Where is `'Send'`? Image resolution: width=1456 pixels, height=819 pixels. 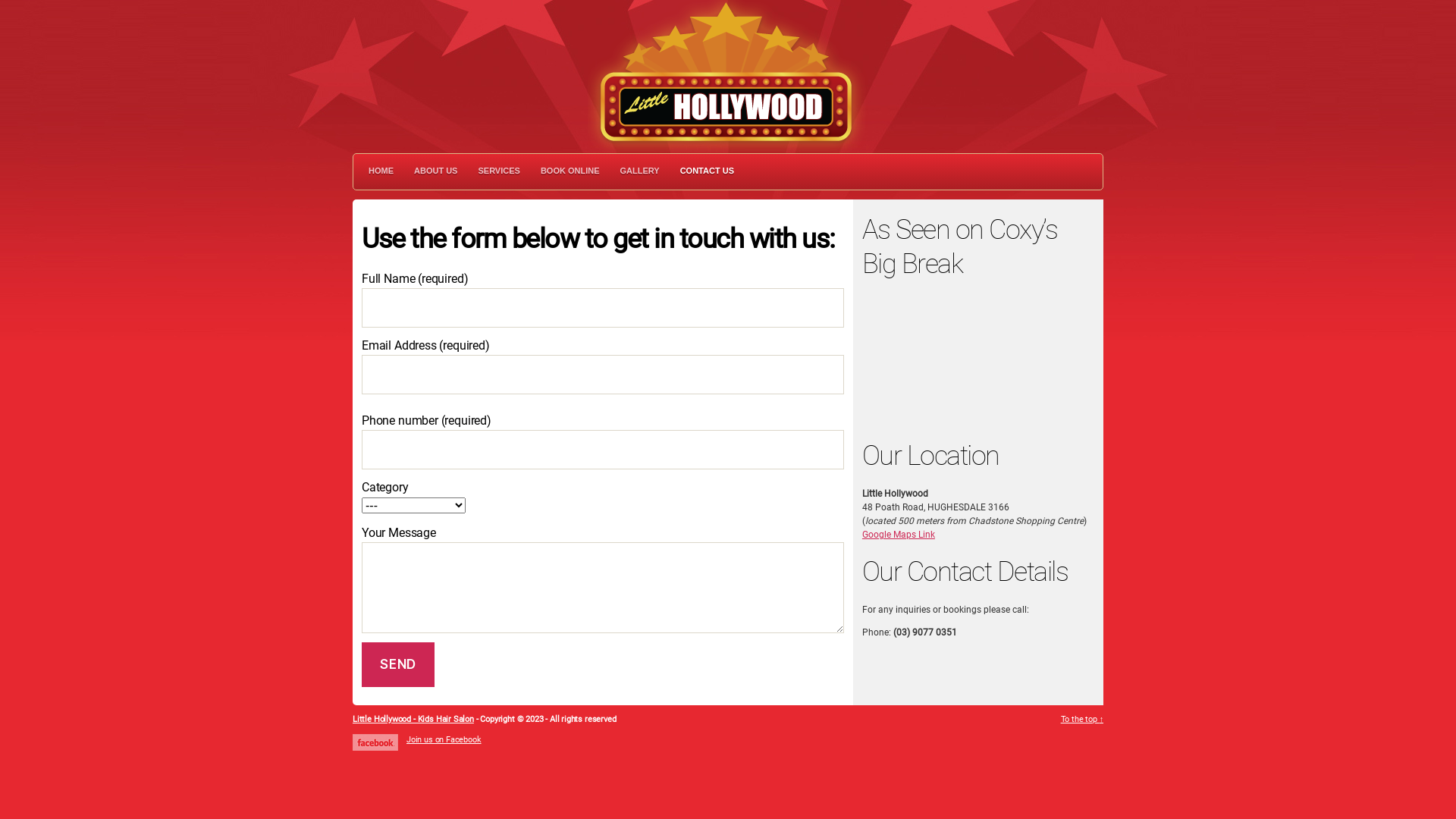
'Send' is located at coordinates (397, 664).